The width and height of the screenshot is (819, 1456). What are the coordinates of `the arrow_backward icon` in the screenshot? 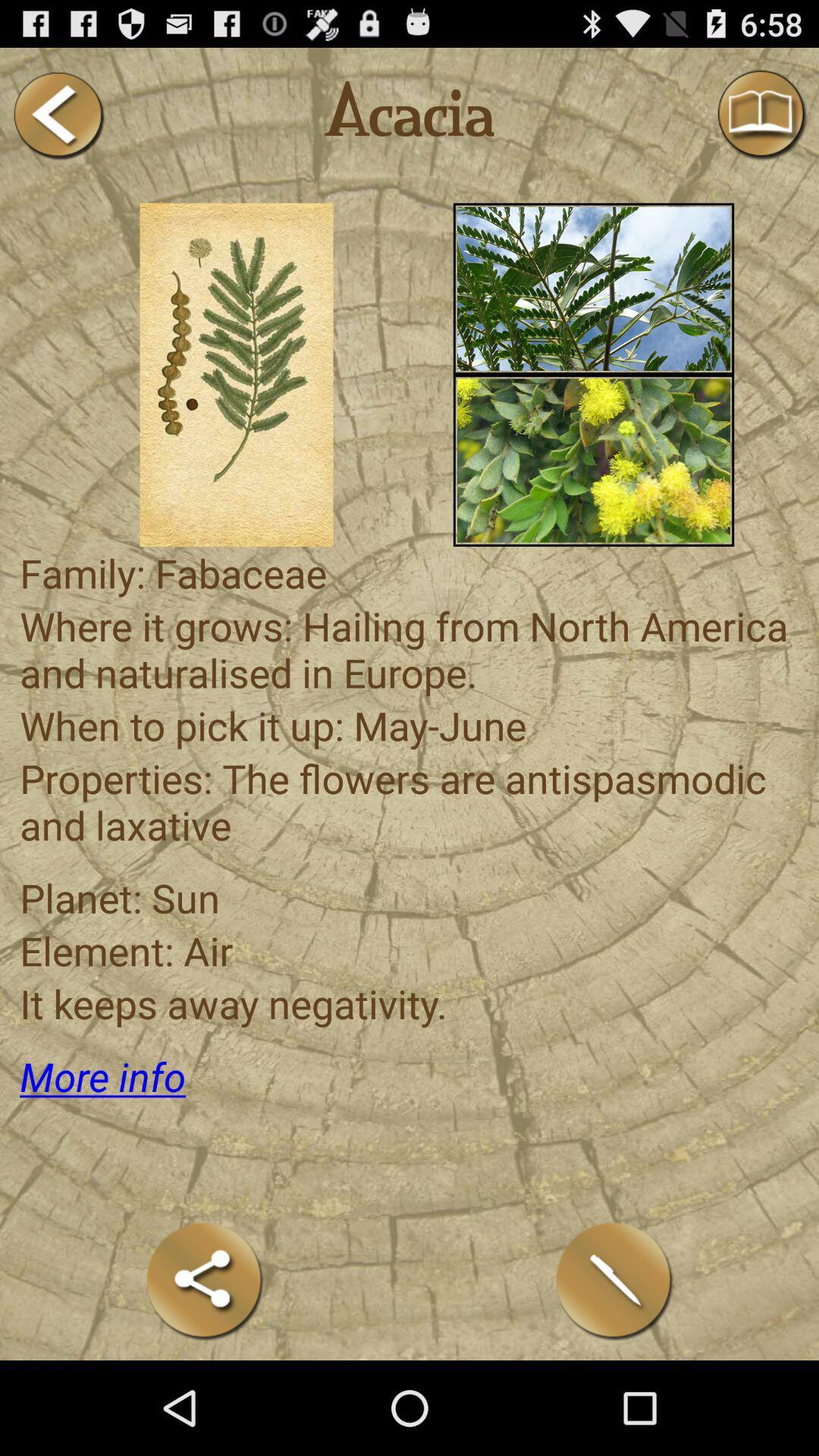 It's located at (57, 124).